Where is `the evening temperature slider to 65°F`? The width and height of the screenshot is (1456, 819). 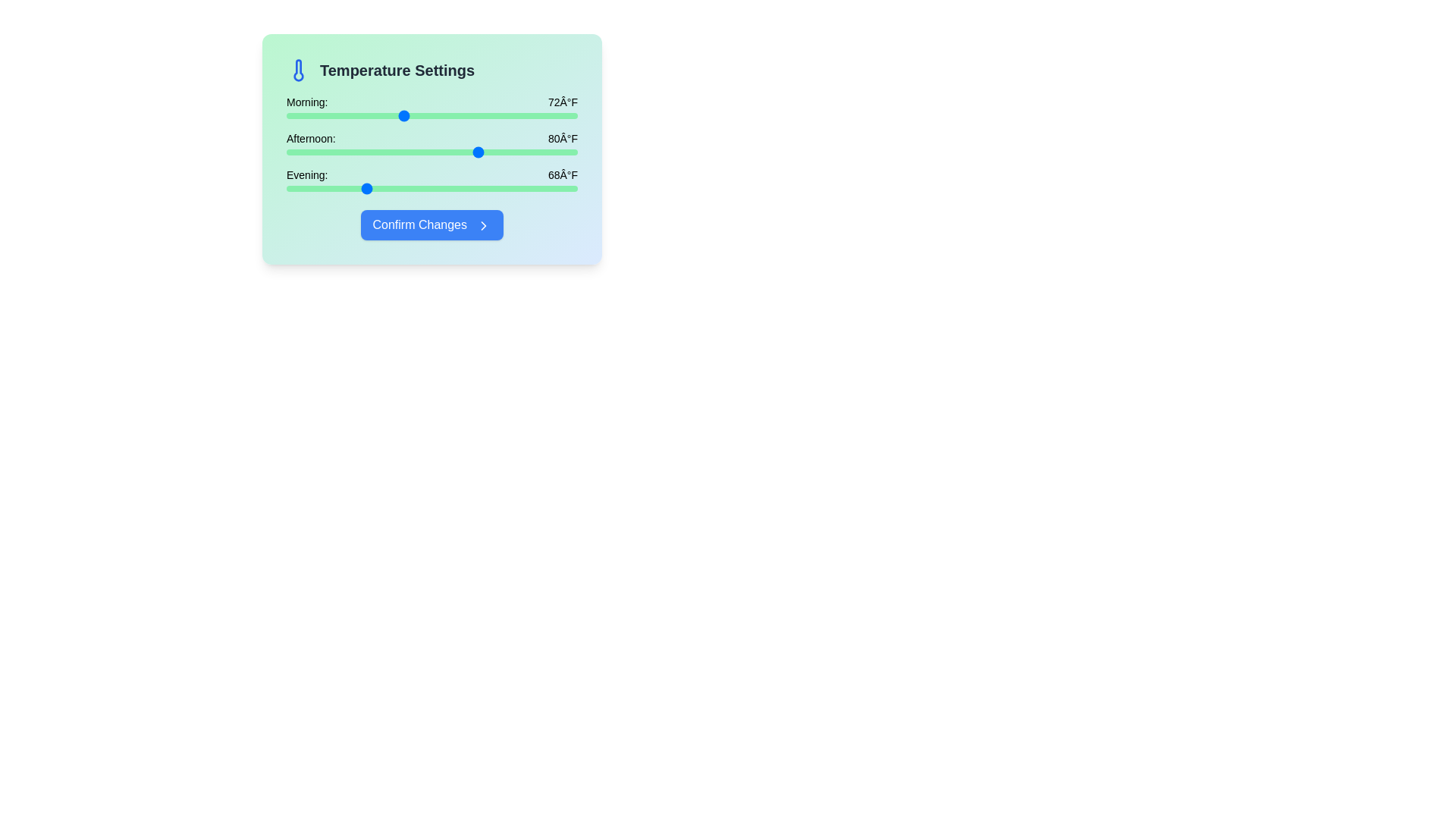 the evening temperature slider to 65°F is located at coordinates (334, 188).